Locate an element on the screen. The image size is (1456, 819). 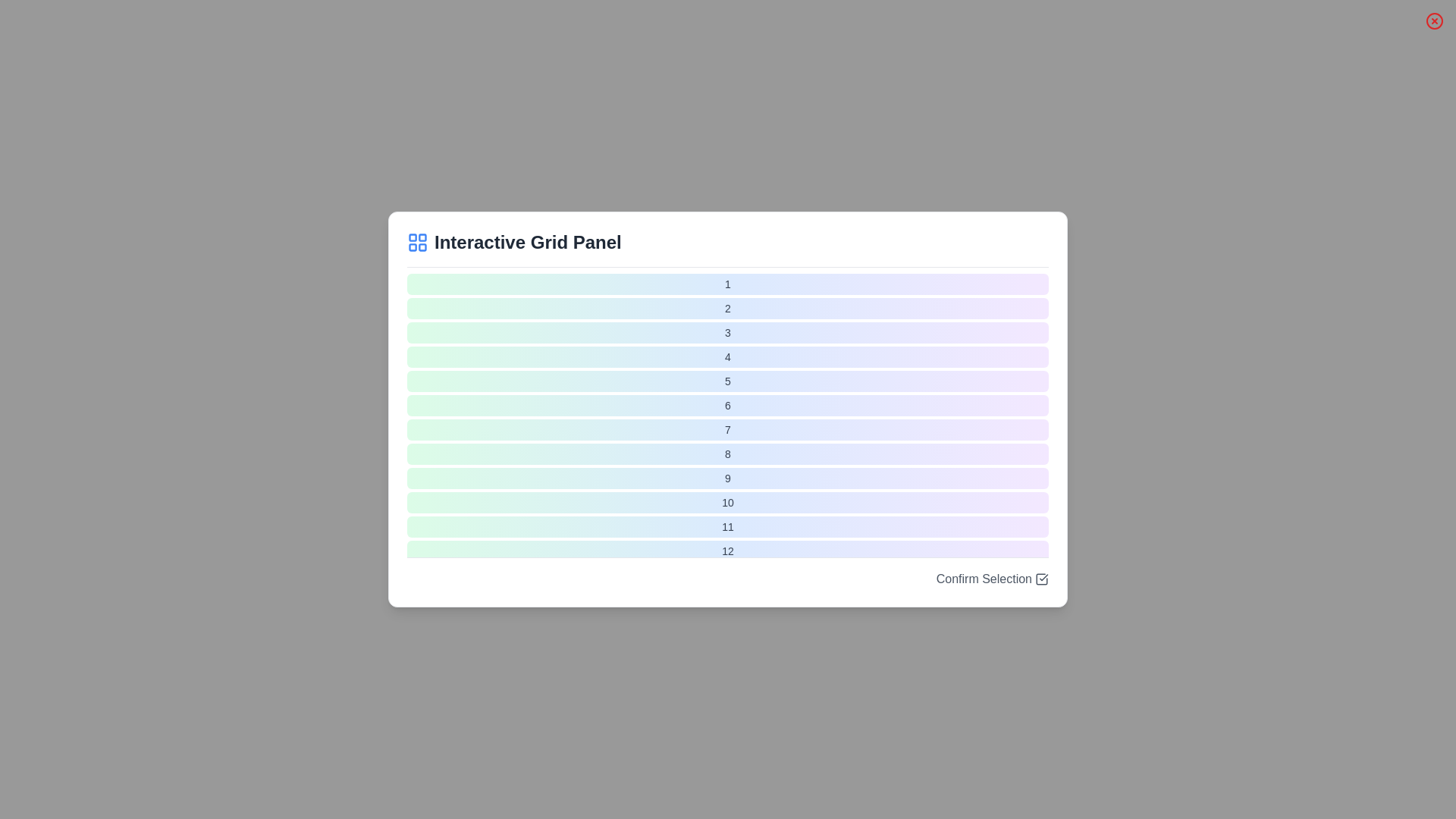
the 'Close' button to close the dialog is located at coordinates (1433, 20).